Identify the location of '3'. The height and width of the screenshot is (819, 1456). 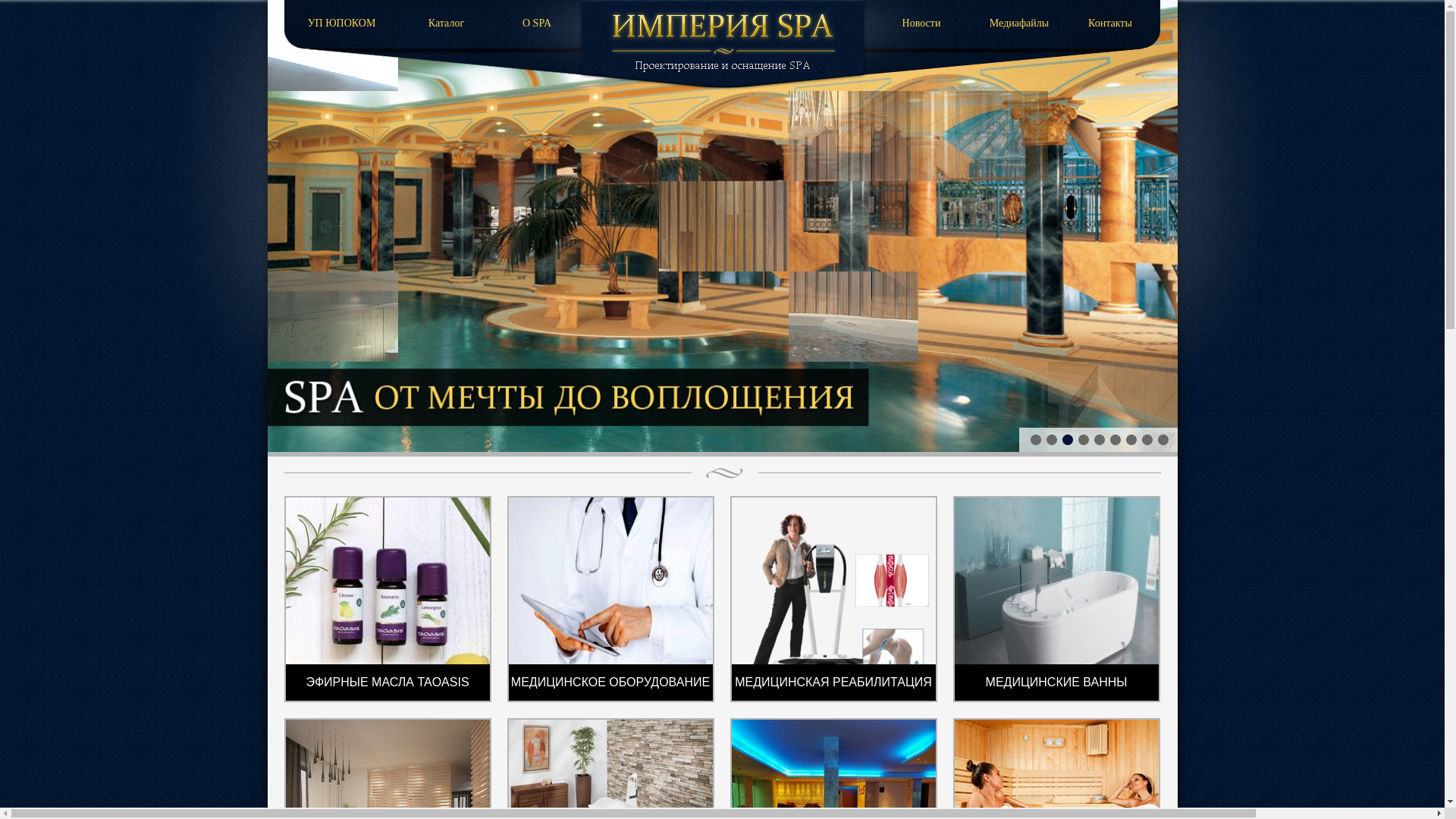
(1059, 439).